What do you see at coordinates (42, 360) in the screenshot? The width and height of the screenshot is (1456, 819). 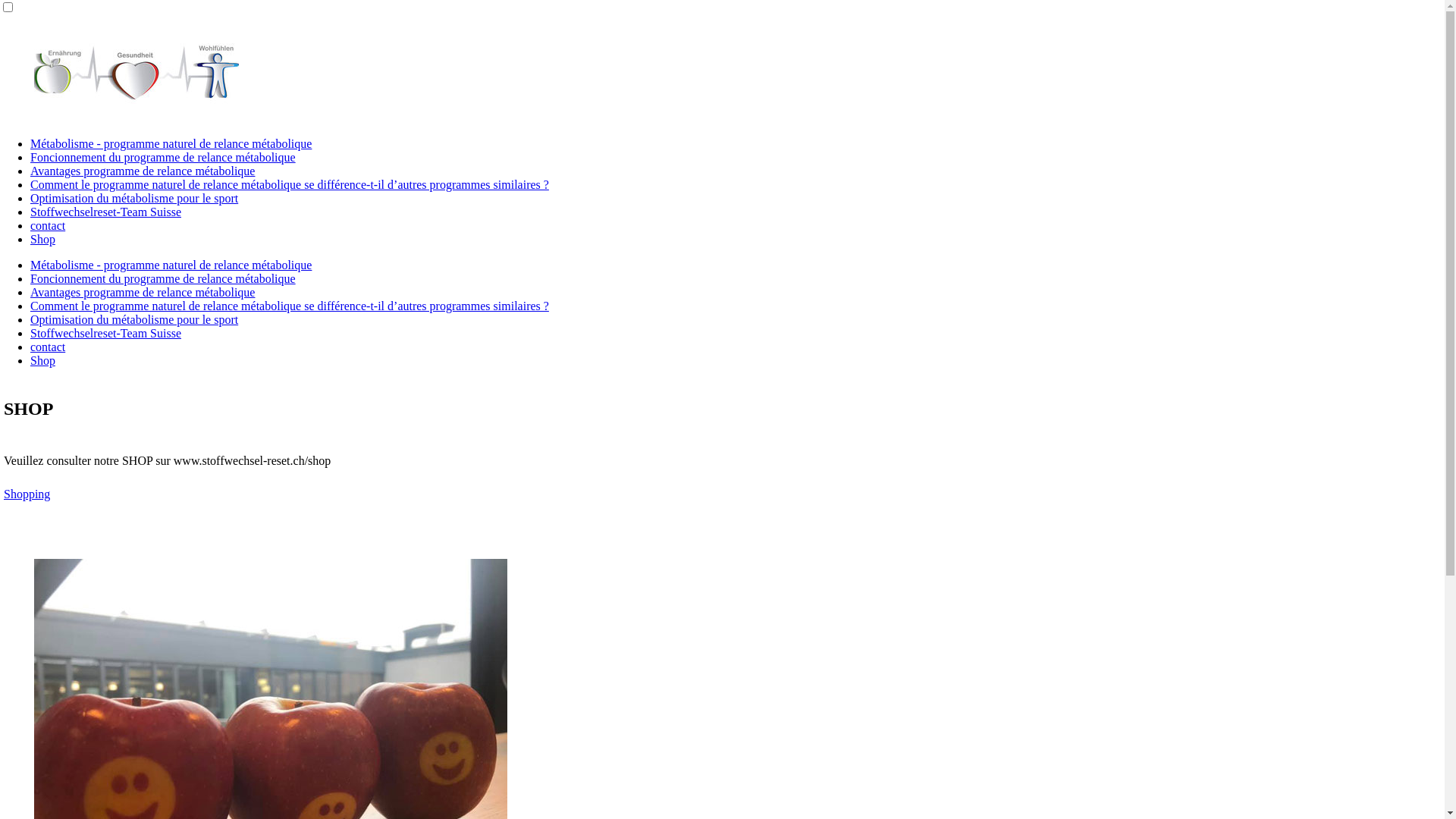 I see `'Shop'` at bounding box center [42, 360].